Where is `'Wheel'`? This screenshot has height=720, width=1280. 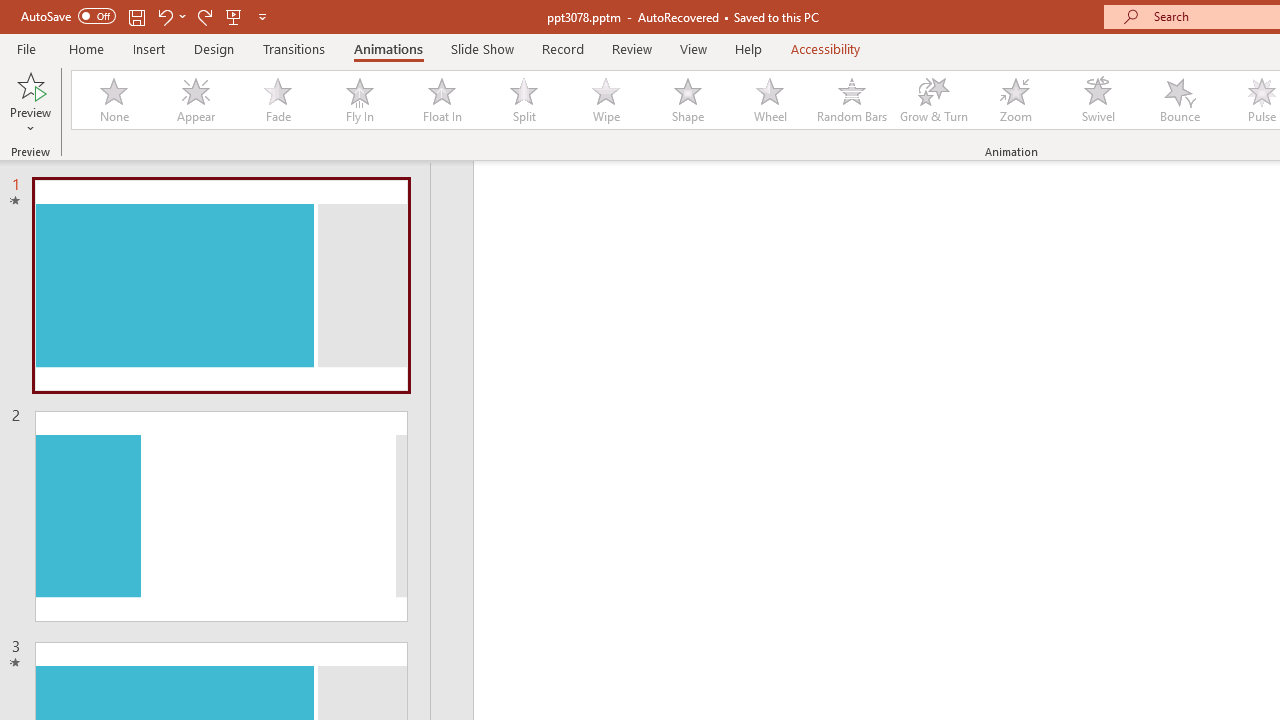
'Wheel' is located at coordinates (769, 100).